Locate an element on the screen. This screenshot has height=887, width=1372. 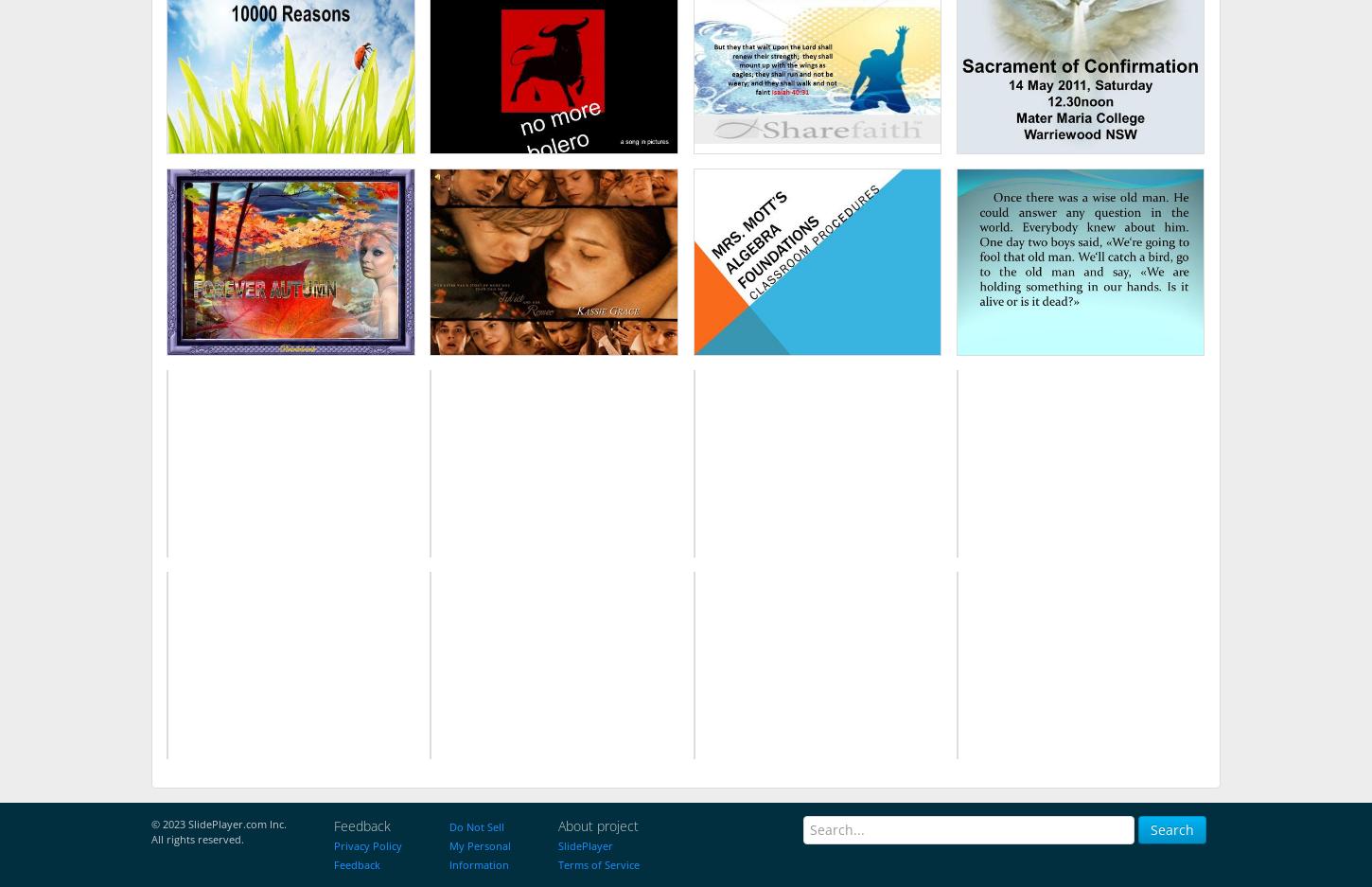
'n o m o r e b o l e r o a song in pictures I do believe that God above, created you for me to love. He chose you from all the rest, because he knew I.' is located at coordinates (554, 64).